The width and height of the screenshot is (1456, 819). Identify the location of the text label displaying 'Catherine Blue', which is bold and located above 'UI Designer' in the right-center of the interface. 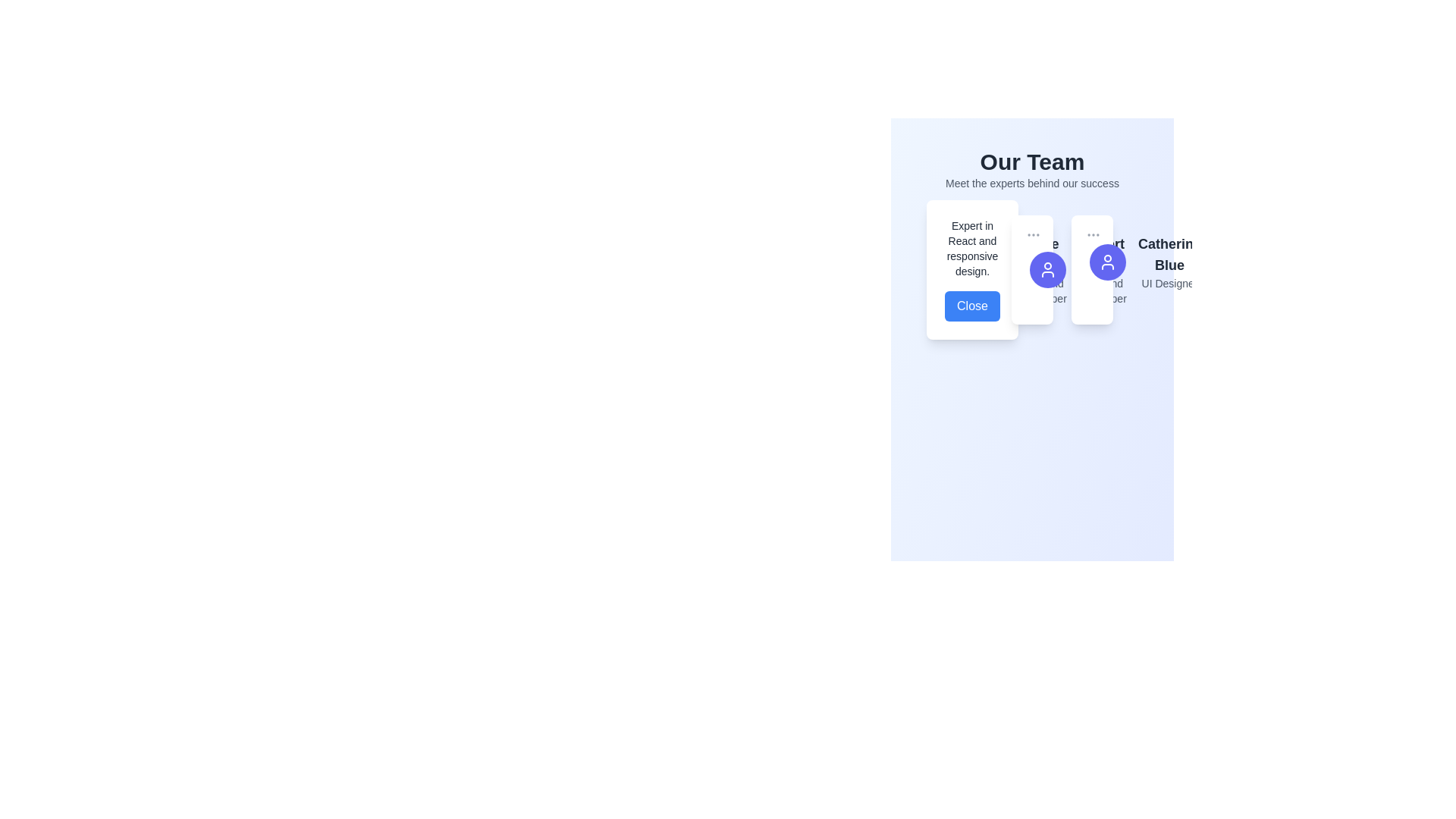
(1169, 253).